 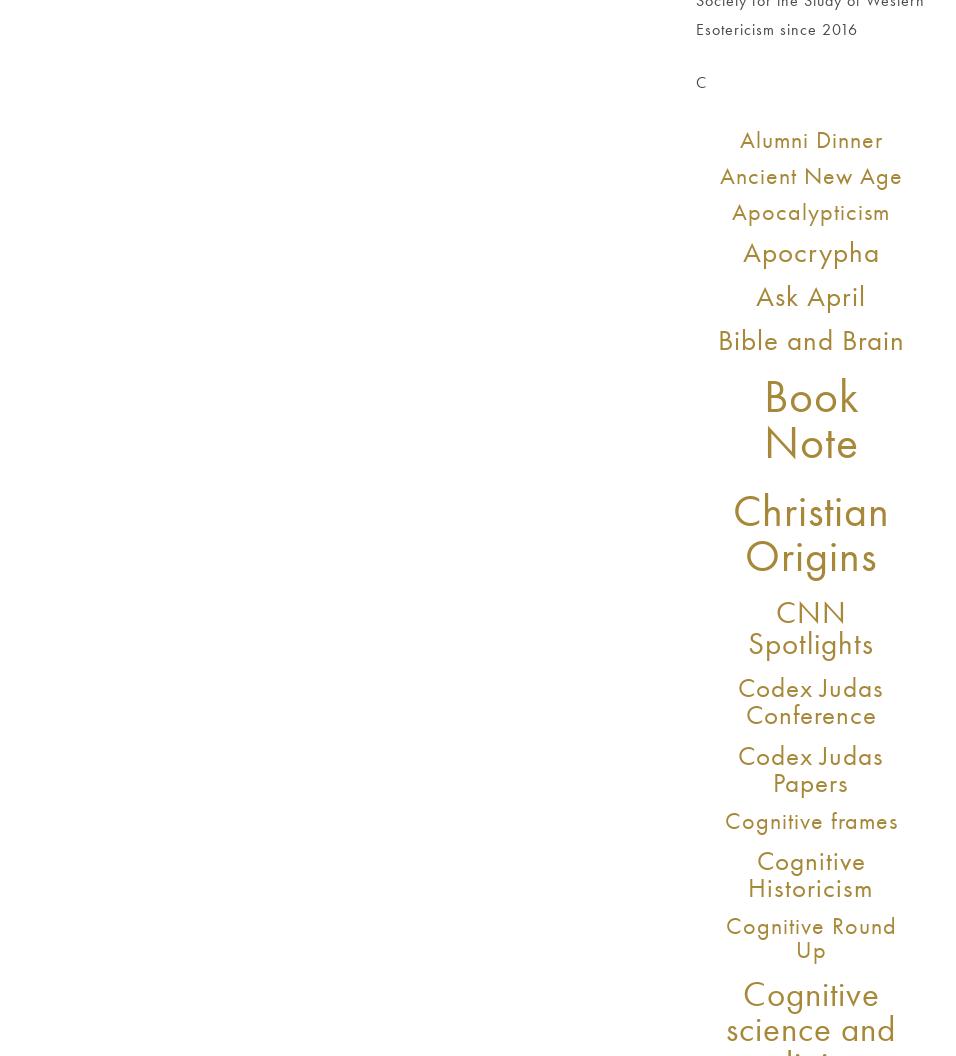 What do you see at coordinates (809, 138) in the screenshot?
I see `'Alumni Dinner'` at bounding box center [809, 138].